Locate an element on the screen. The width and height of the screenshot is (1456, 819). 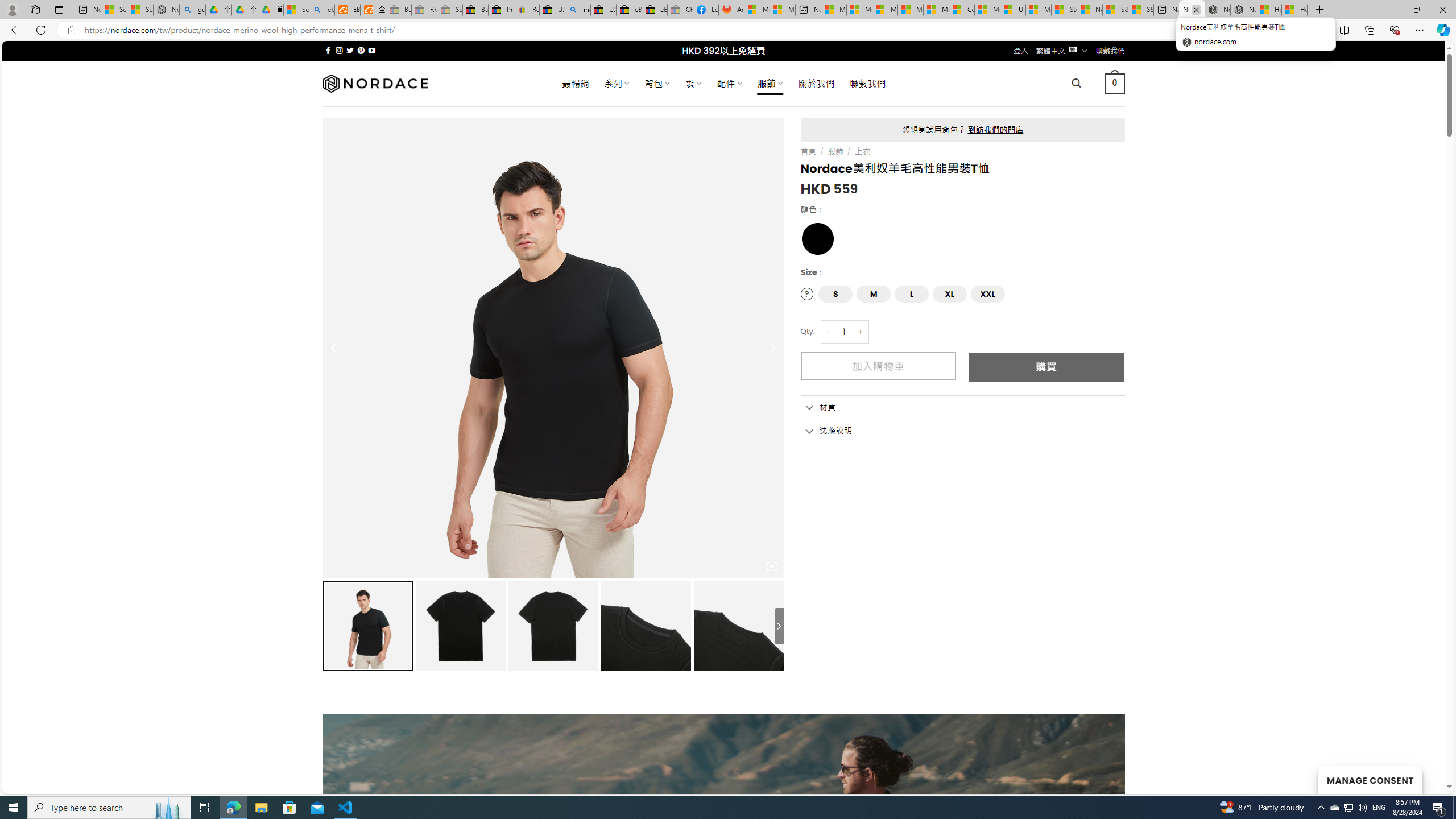
'  0  ' is located at coordinates (1115, 82).